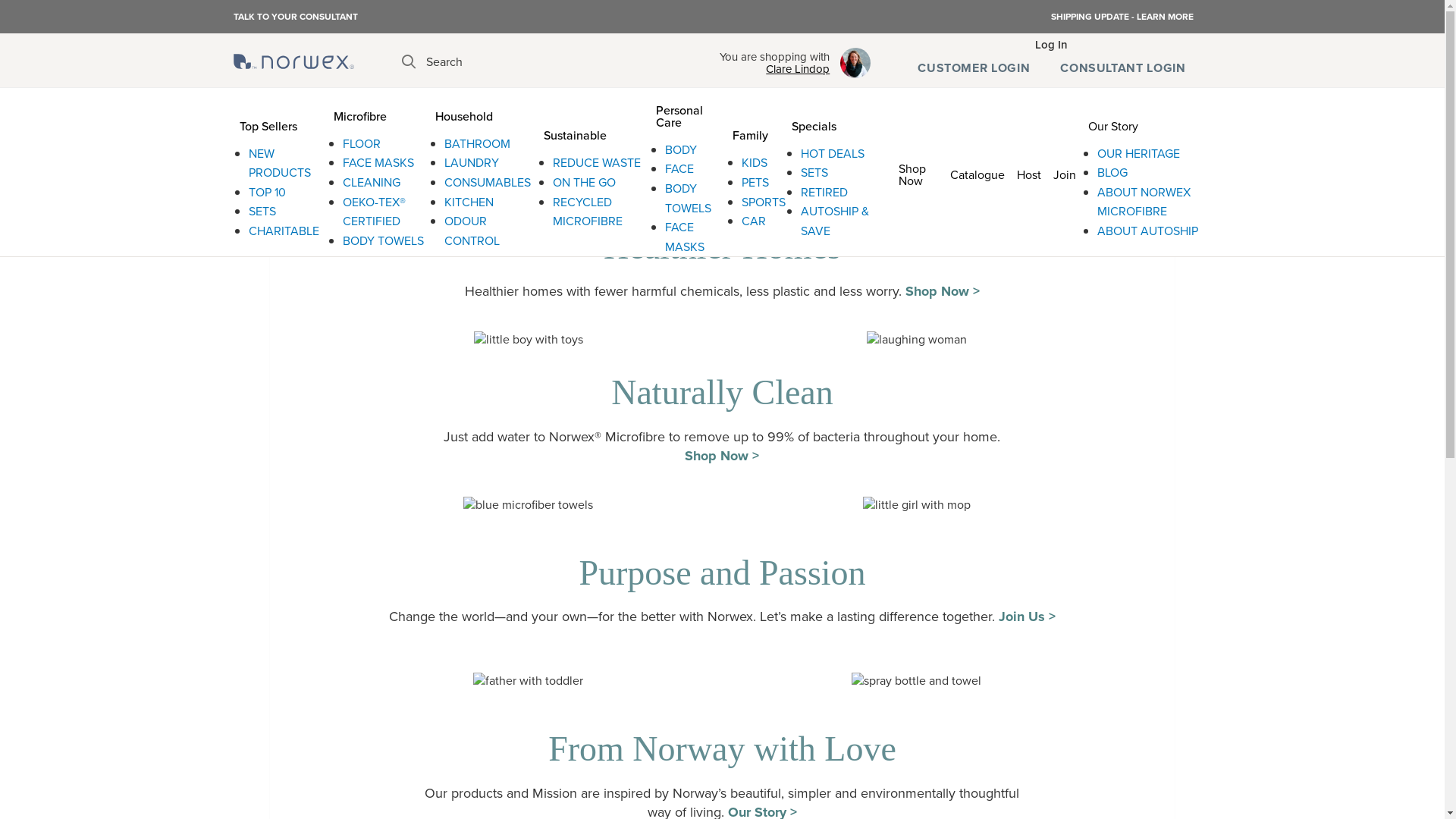 Image resolution: width=1456 pixels, height=819 pixels. What do you see at coordinates (833, 221) in the screenshot?
I see `'AUTOSHIP & SAVE'` at bounding box center [833, 221].